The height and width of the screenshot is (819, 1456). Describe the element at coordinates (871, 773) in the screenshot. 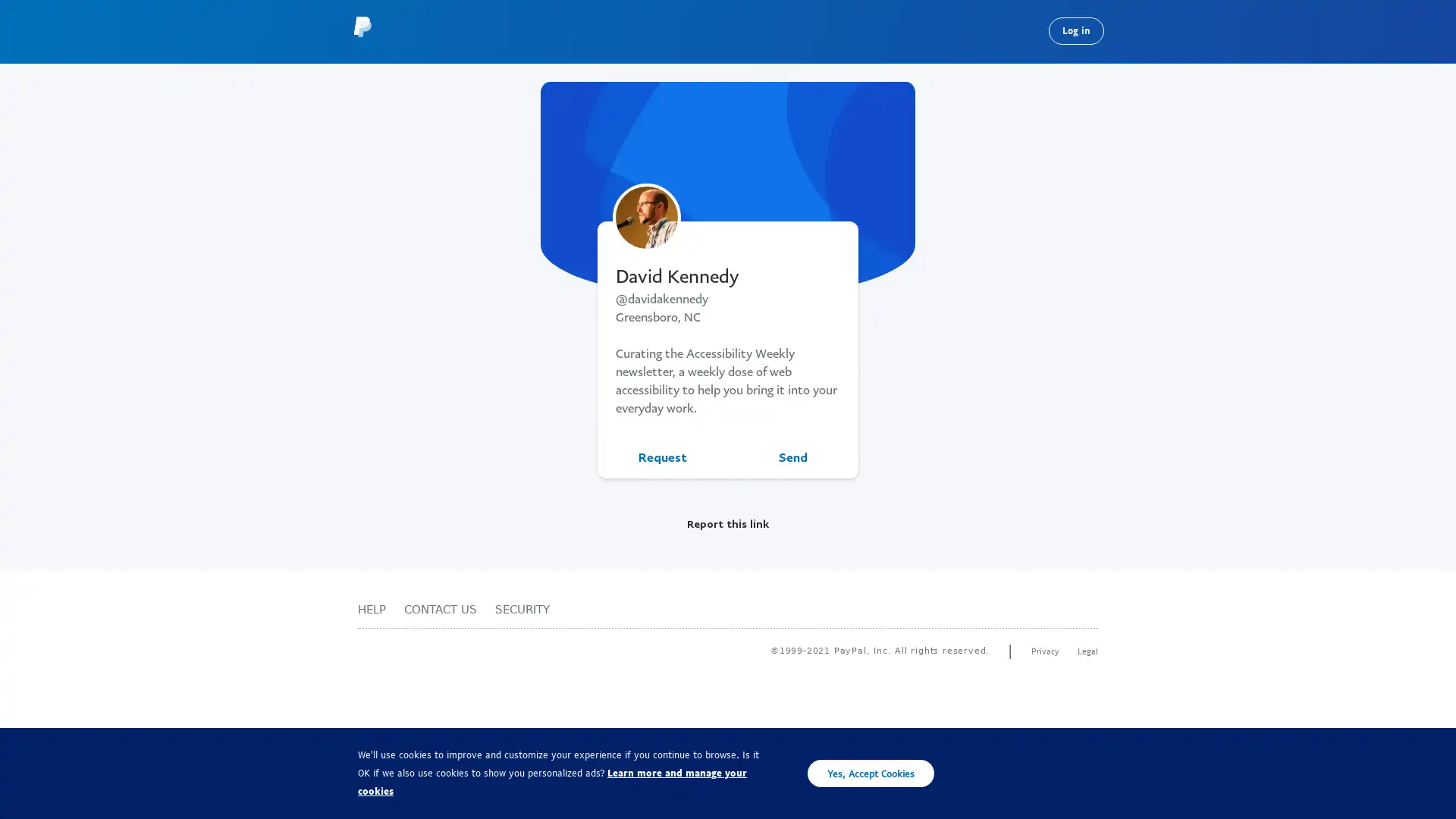

I see `Yes, Accept Cookies` at that location.